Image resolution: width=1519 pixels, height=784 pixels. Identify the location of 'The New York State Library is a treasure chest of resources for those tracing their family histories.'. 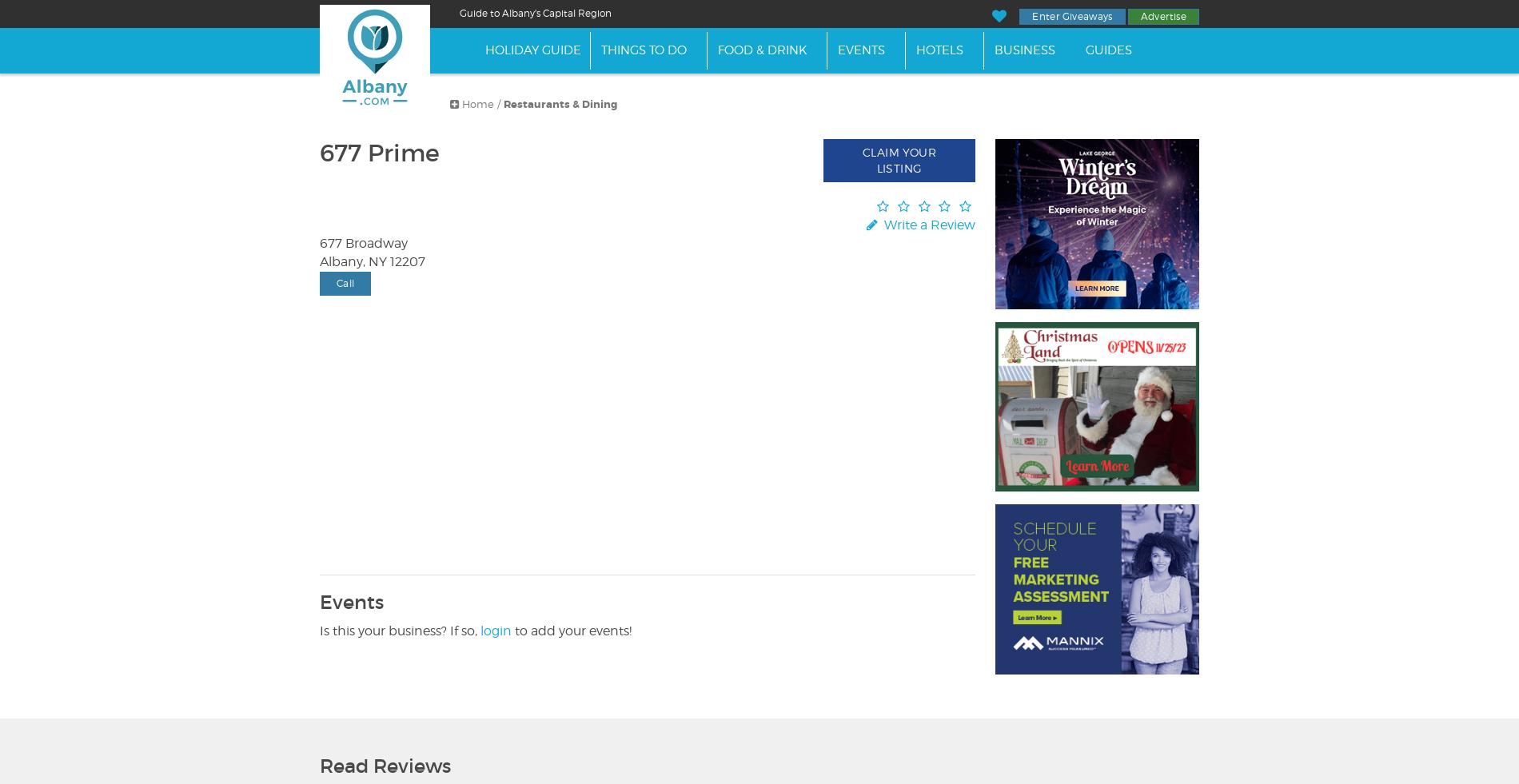
(525, 154).